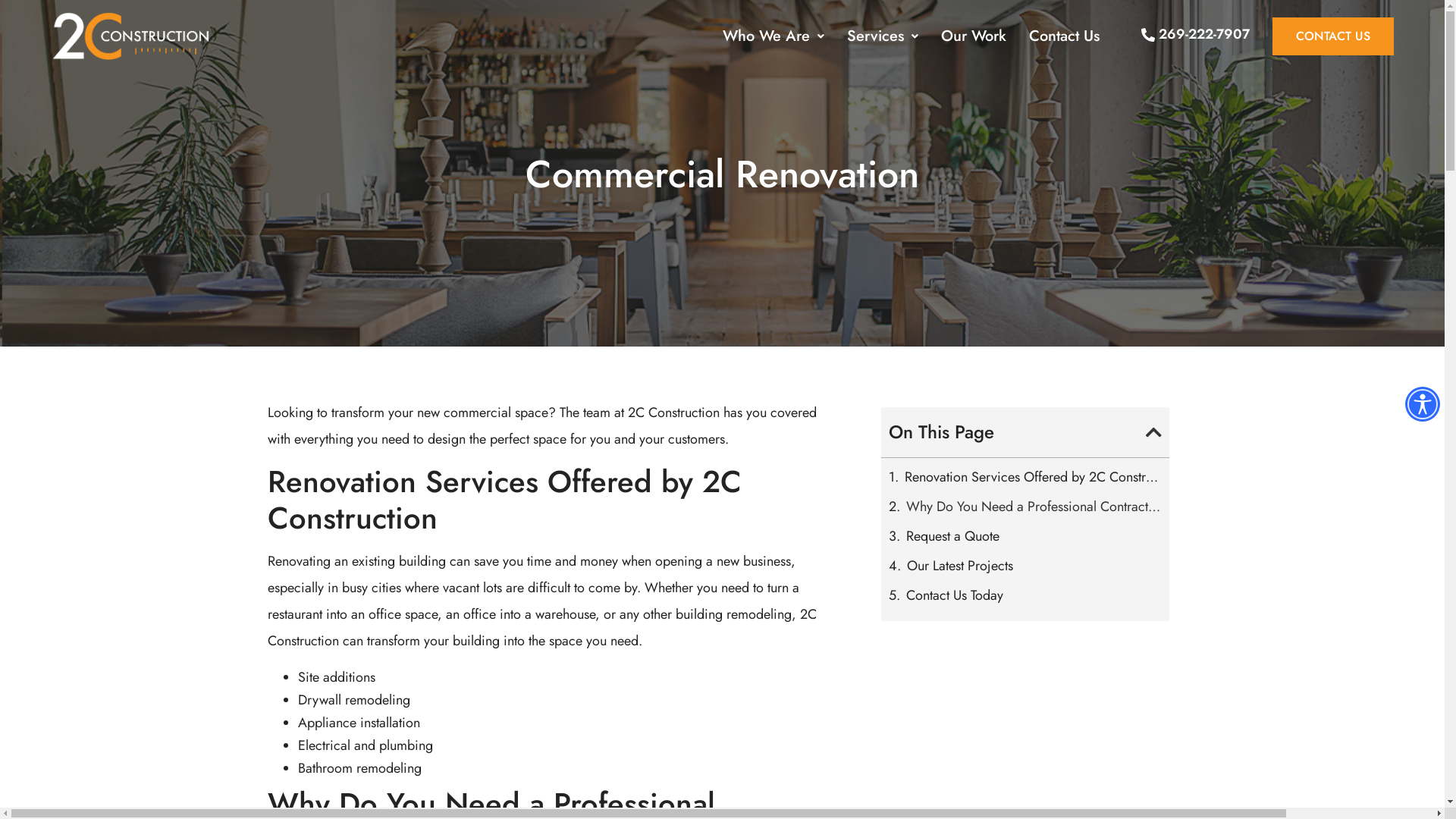  Describe the element at coordinates (1033, 506) in the screenshot. I see `'Why Do You Need a Professional Contractor?'` at that location.